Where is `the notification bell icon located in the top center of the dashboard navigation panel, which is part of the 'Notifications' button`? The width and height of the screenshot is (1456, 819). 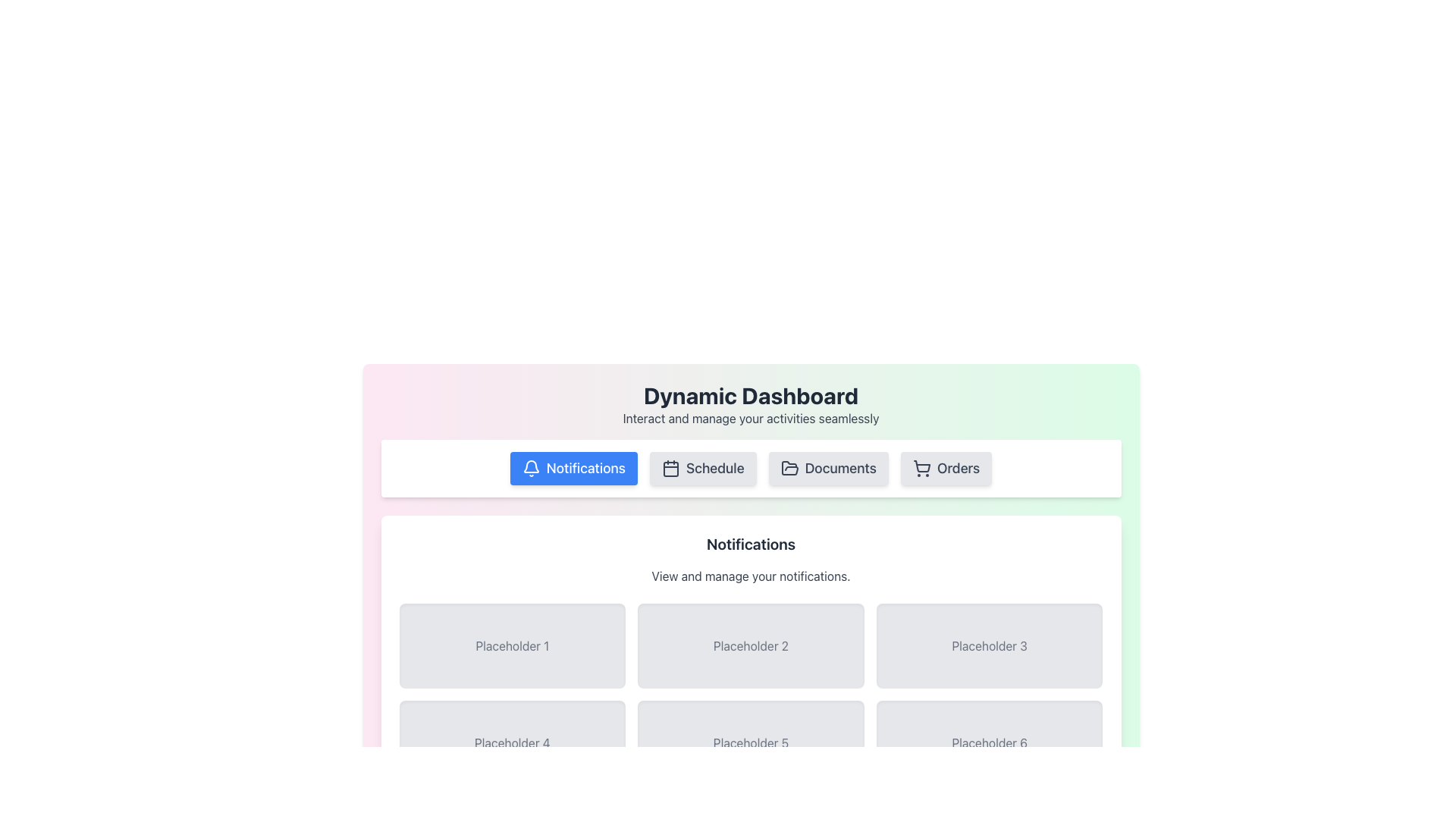
the notification bell icon located in the top center of the dashboard navigation panel, which is part of the 'Notifications' button is located at coordinates (531, 466).